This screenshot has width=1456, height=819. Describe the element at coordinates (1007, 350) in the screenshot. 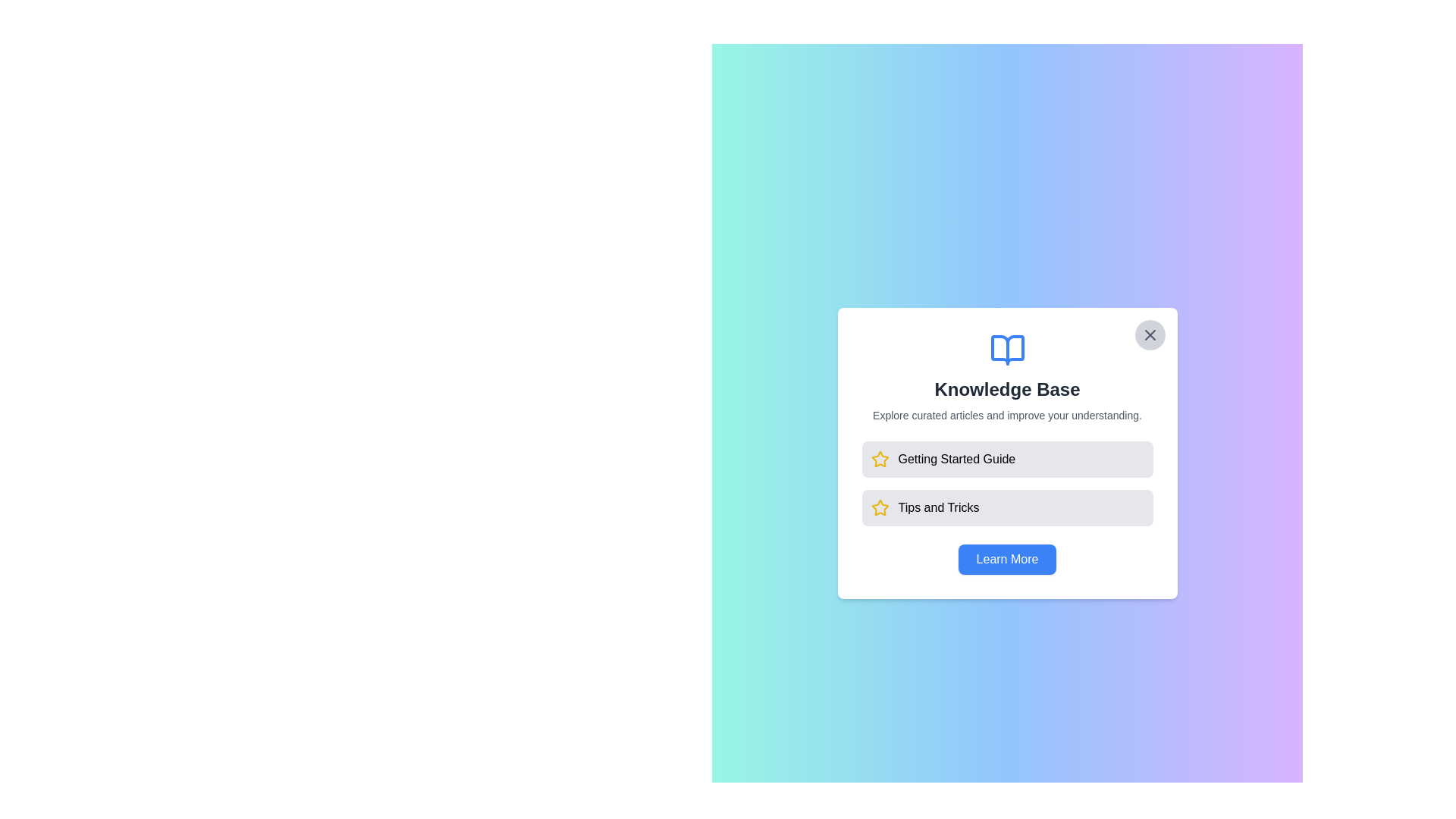

I see `the educational icon located above the 'Knowledge Base' title within the card layout` at that location.